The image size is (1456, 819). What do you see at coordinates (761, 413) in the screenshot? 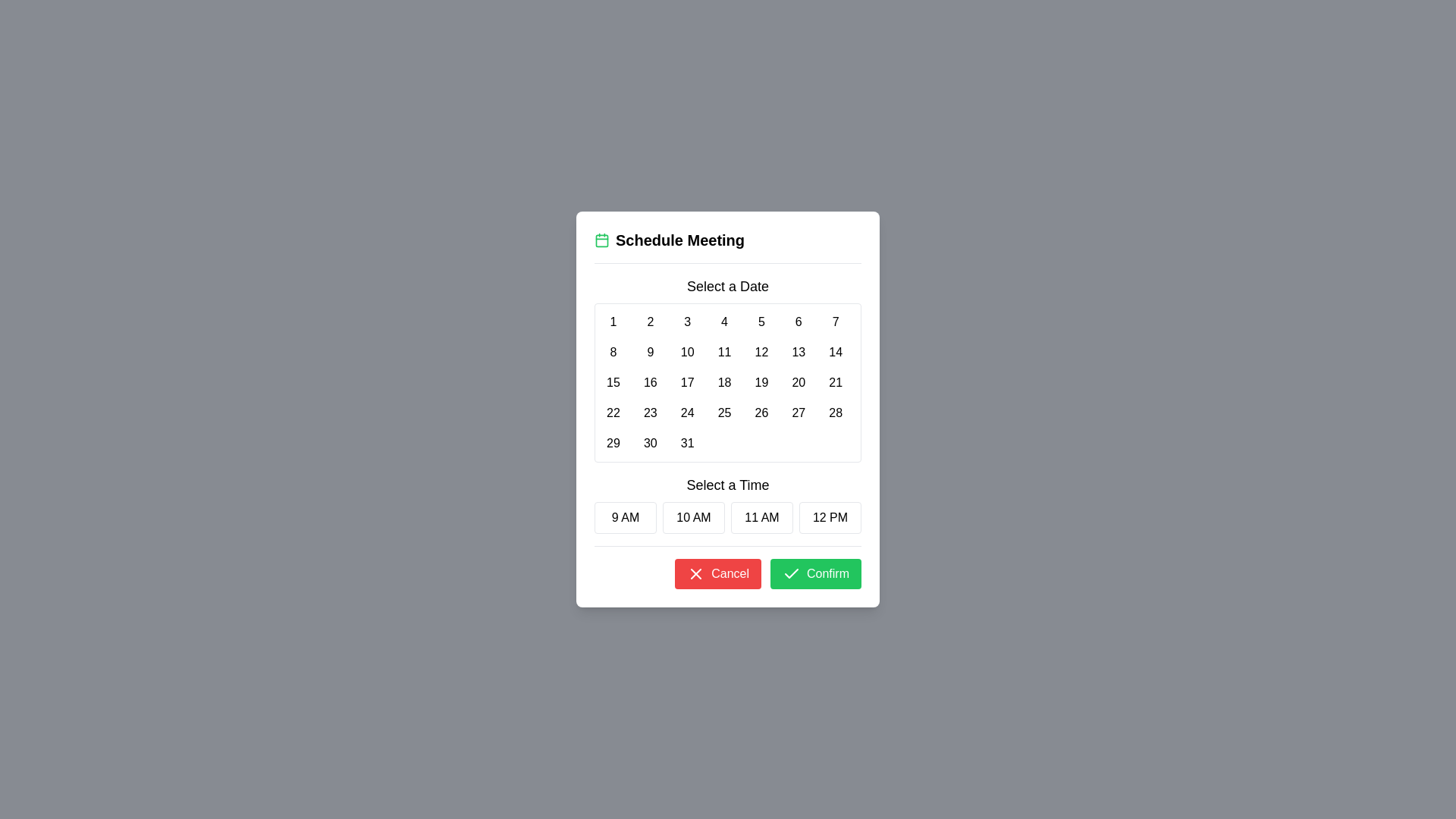
I see `the button containing the number '26' in the 'Select a Date' section of the calendar` at bounding box center [761, 413].